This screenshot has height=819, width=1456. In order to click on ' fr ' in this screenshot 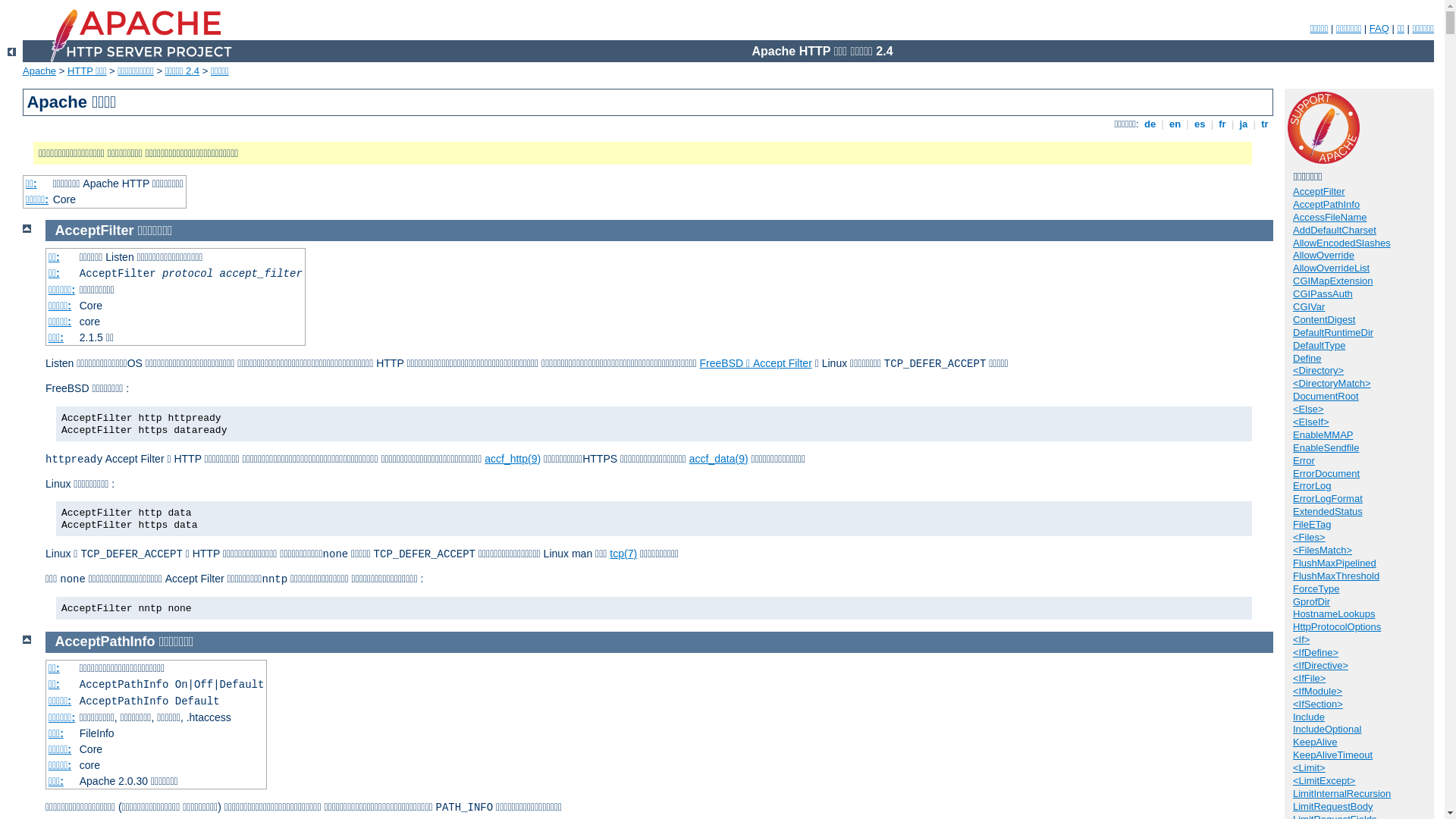, I will do `click(1222, 123)`.